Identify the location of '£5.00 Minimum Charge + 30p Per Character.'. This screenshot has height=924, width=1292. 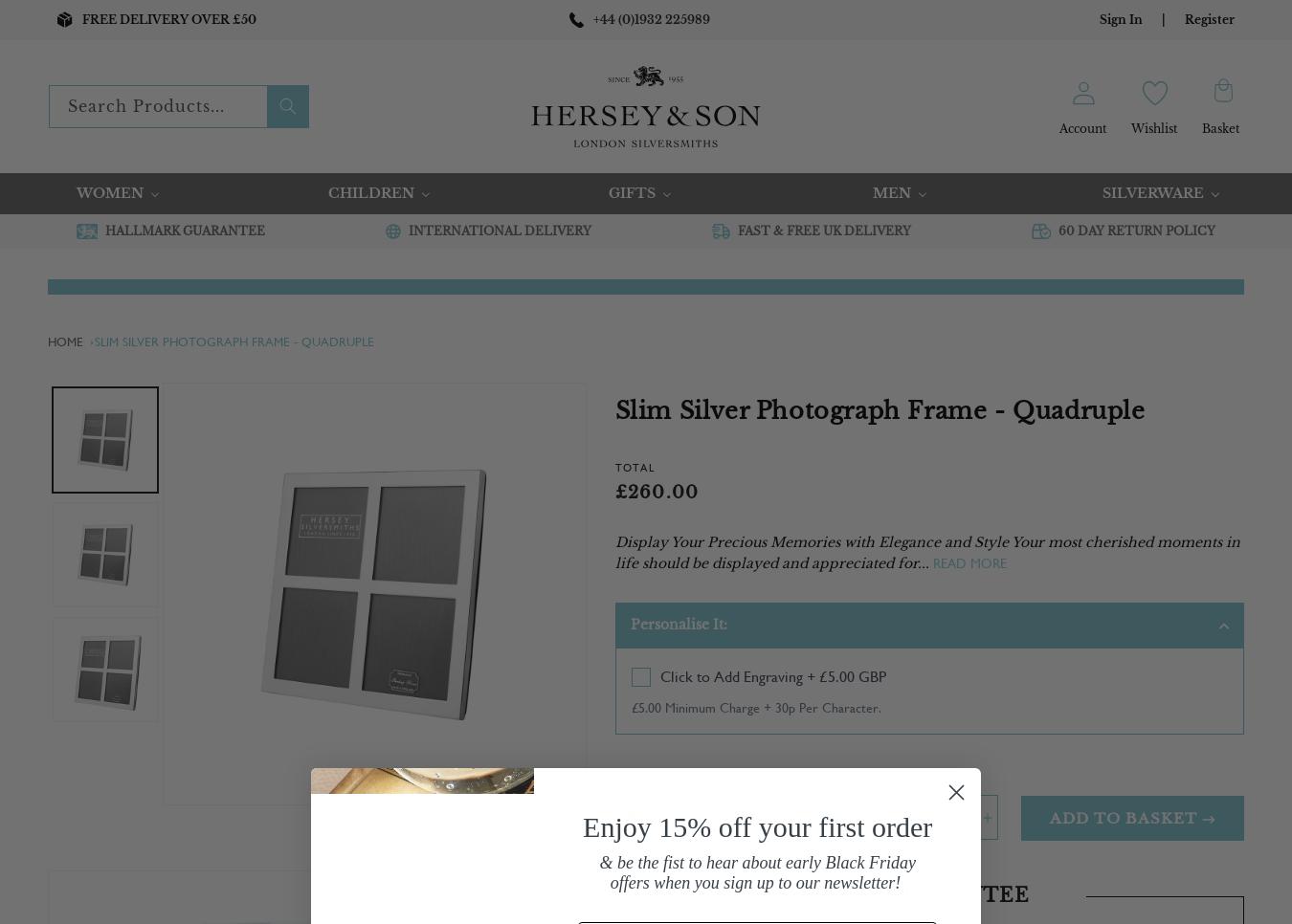
(755, 707).